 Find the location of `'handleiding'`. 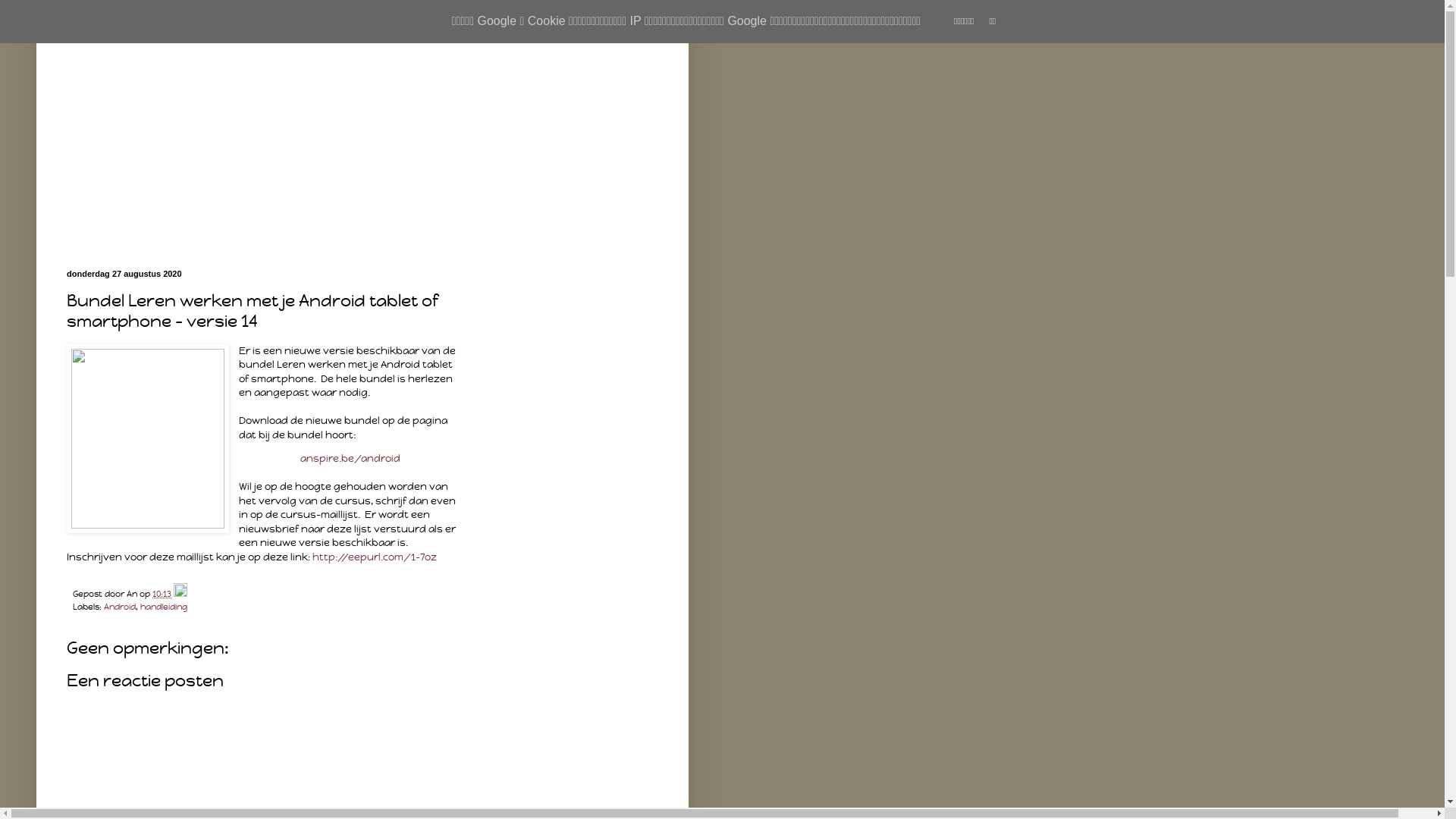

'handleiding' is located at coordinates (140, 605).